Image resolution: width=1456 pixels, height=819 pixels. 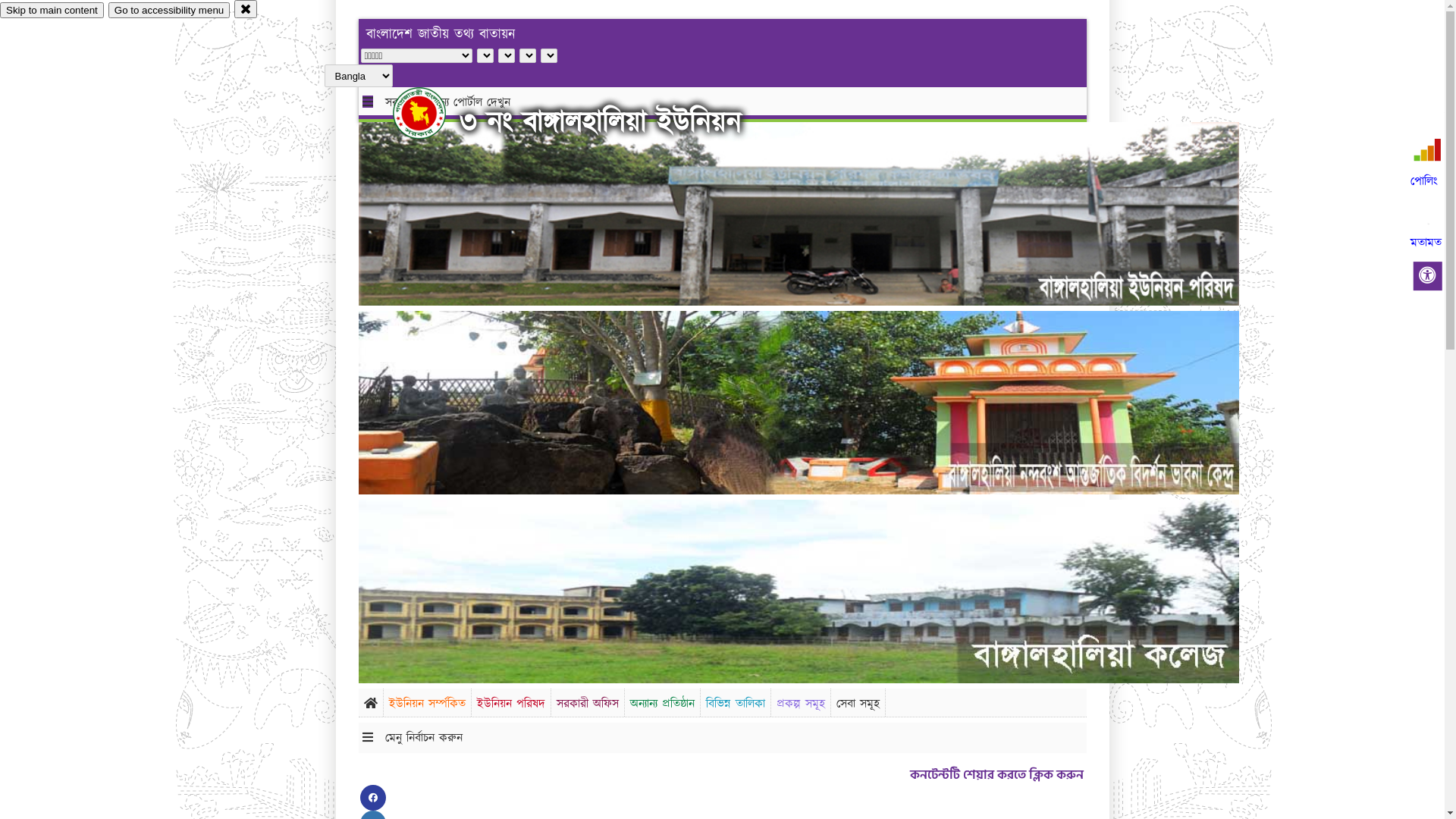 I want to click on 'Go to accessibility menu', so click(x=108, y=10).